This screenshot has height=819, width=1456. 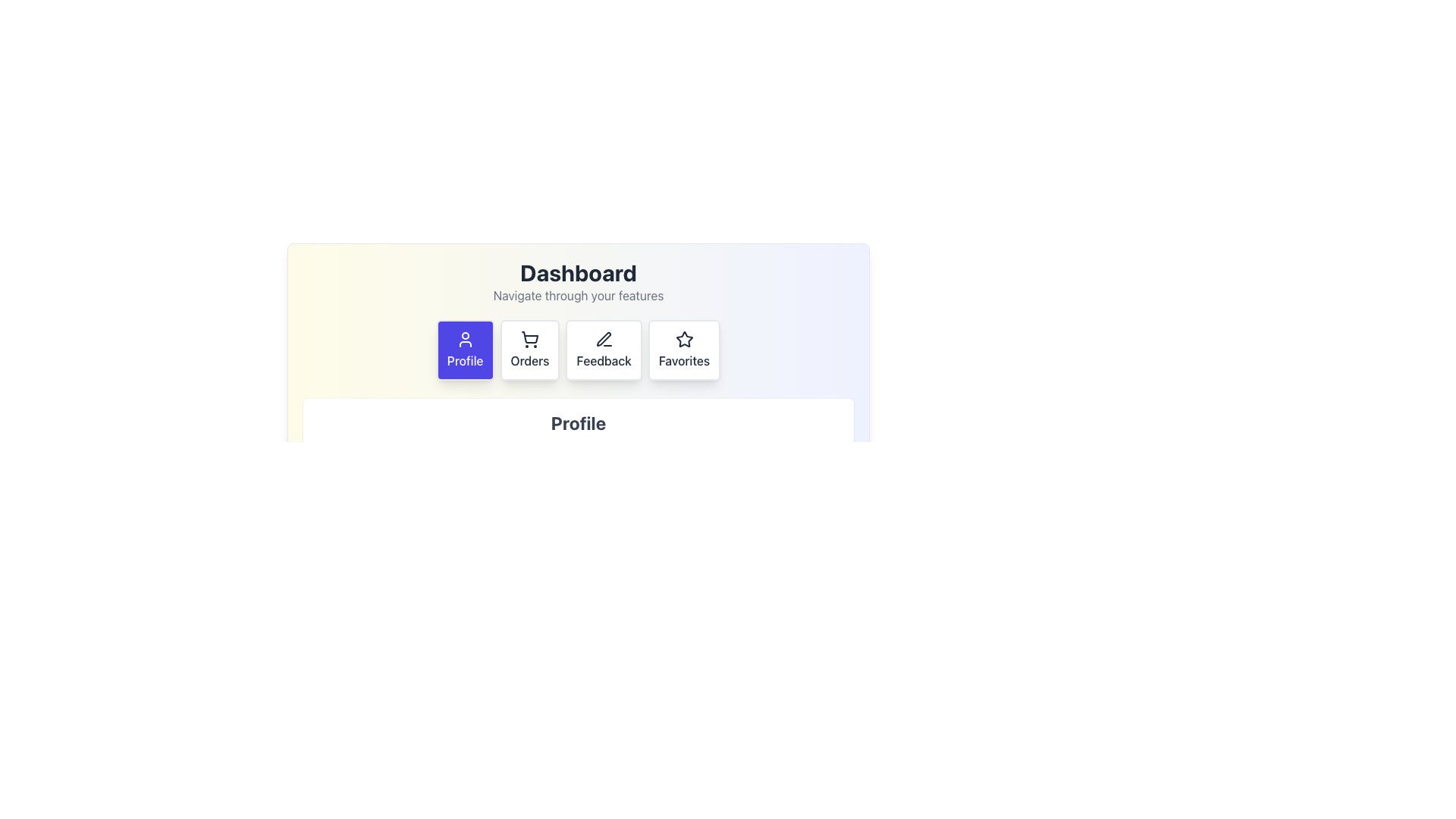 I want to click on the text label indicating functionality or navigation related, so click(x=529, y=360).